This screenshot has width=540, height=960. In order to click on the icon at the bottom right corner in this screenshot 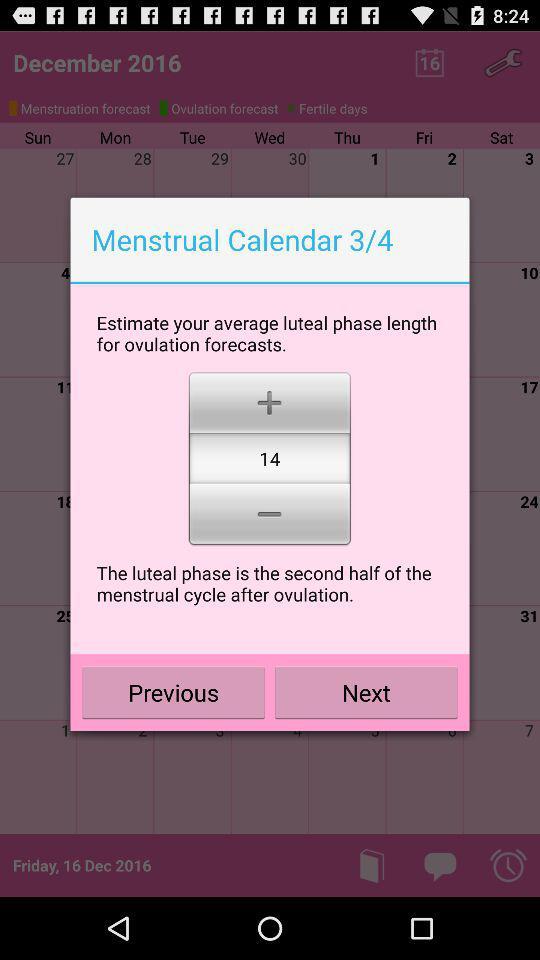, I will do `click(365, 692)`.